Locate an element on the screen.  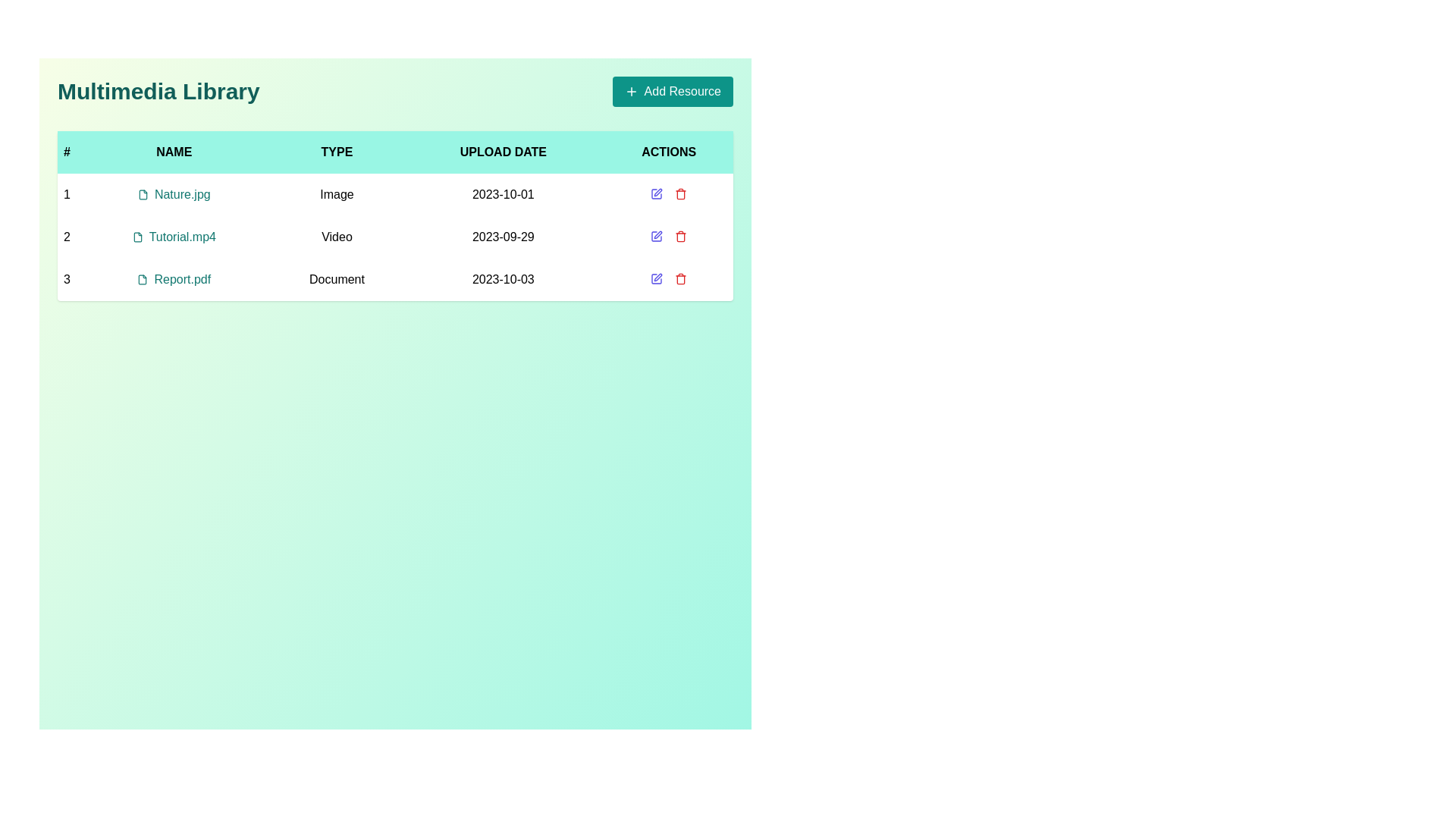
upload date displayed in the static text label located in the second row of the table under the 'UPLOAD DATE' column, aligned with the 'Tutorial.mp4' entry is located at coordinates (503, 237).